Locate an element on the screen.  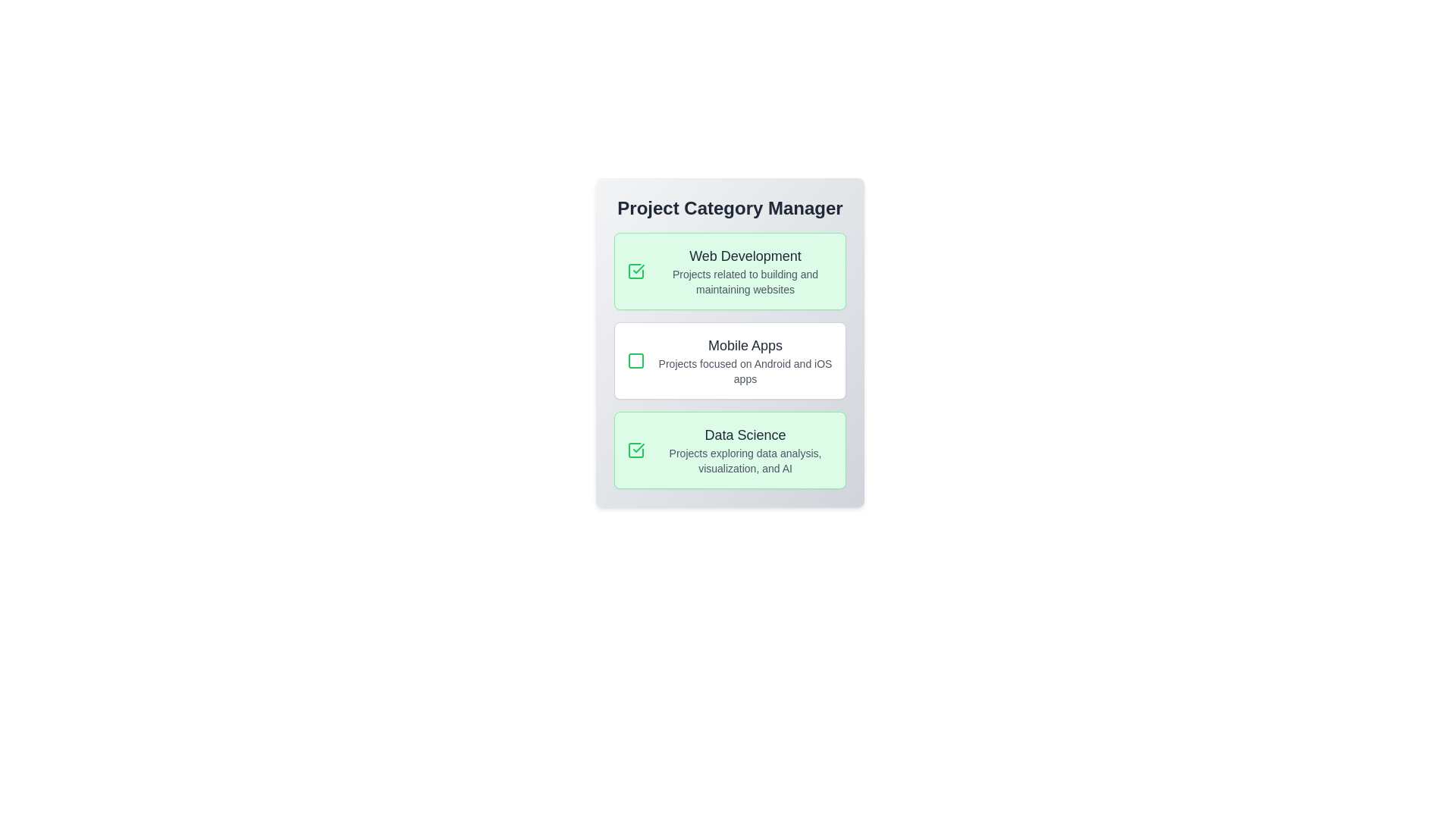
the checkbox indicating the selected state within the SVG icon of class 'lucide lucide-square-check-big', which is positioned below the 'Web Development' text is located at coordinates (639, 268).